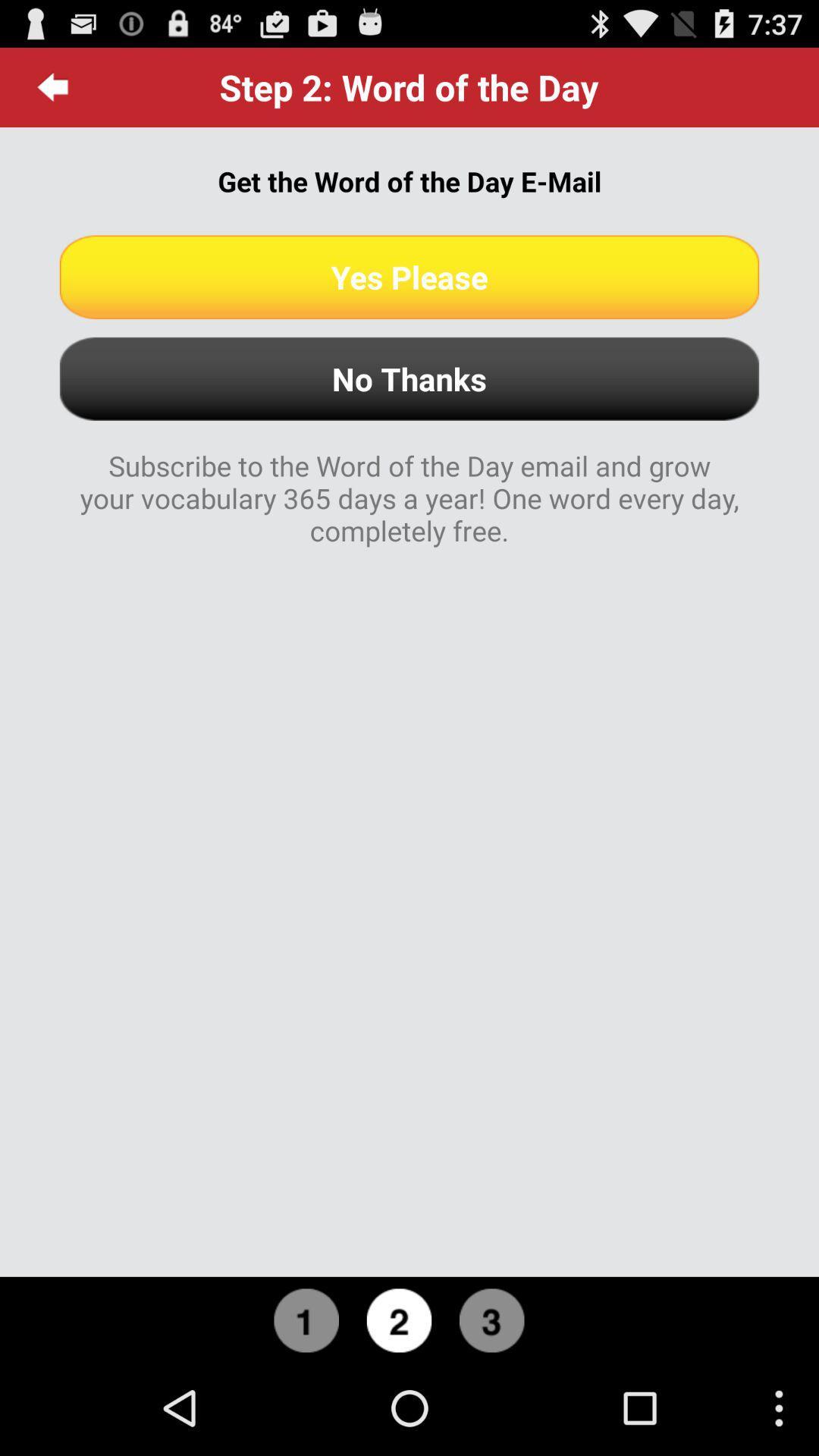  Describe the element at coordinates (409, 277) in the screenshot. I see `the item above the no thanks` at that location.